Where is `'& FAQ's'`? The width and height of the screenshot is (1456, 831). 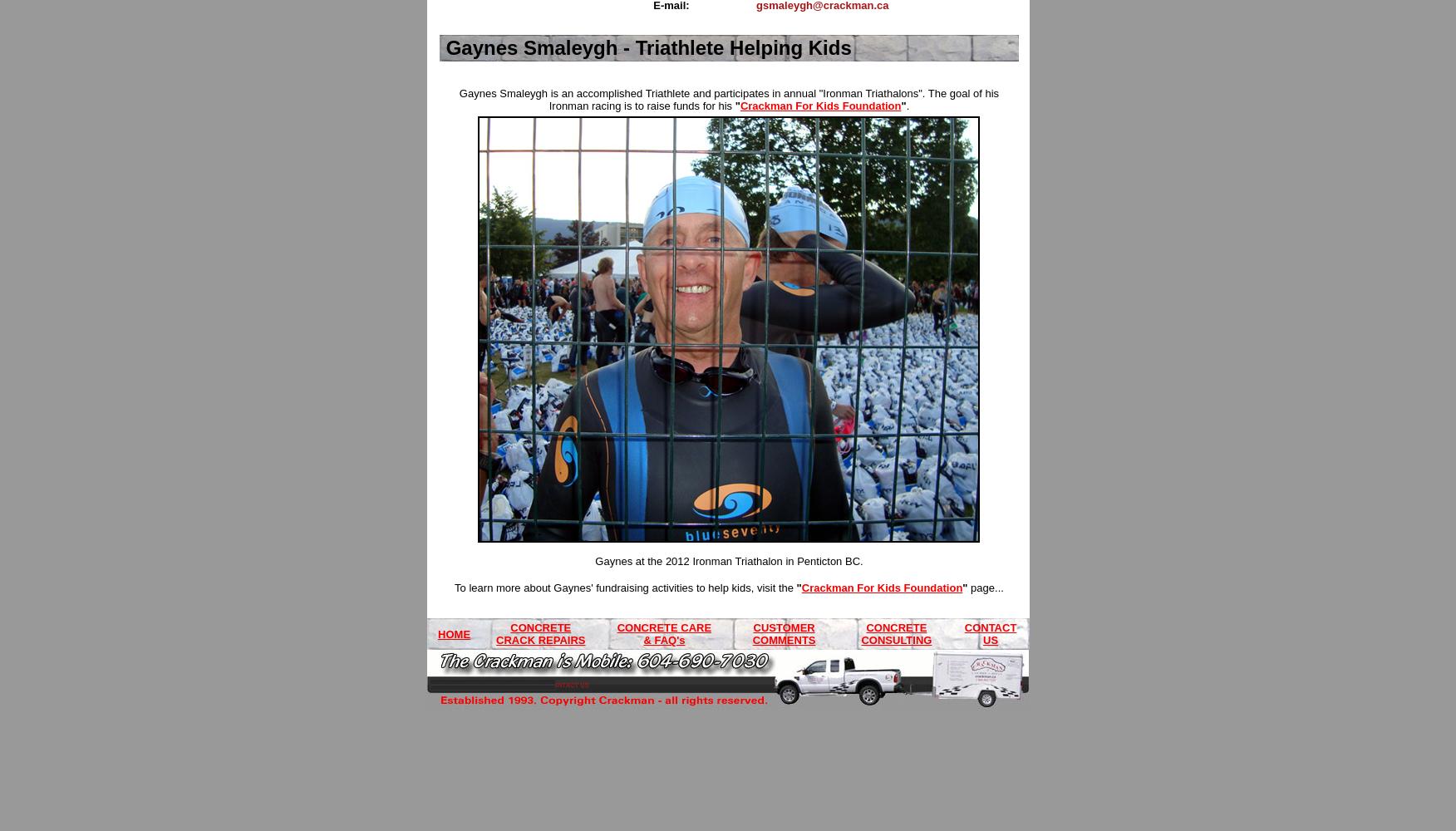 '& FAQ's' is located at coordinates (664, 640).